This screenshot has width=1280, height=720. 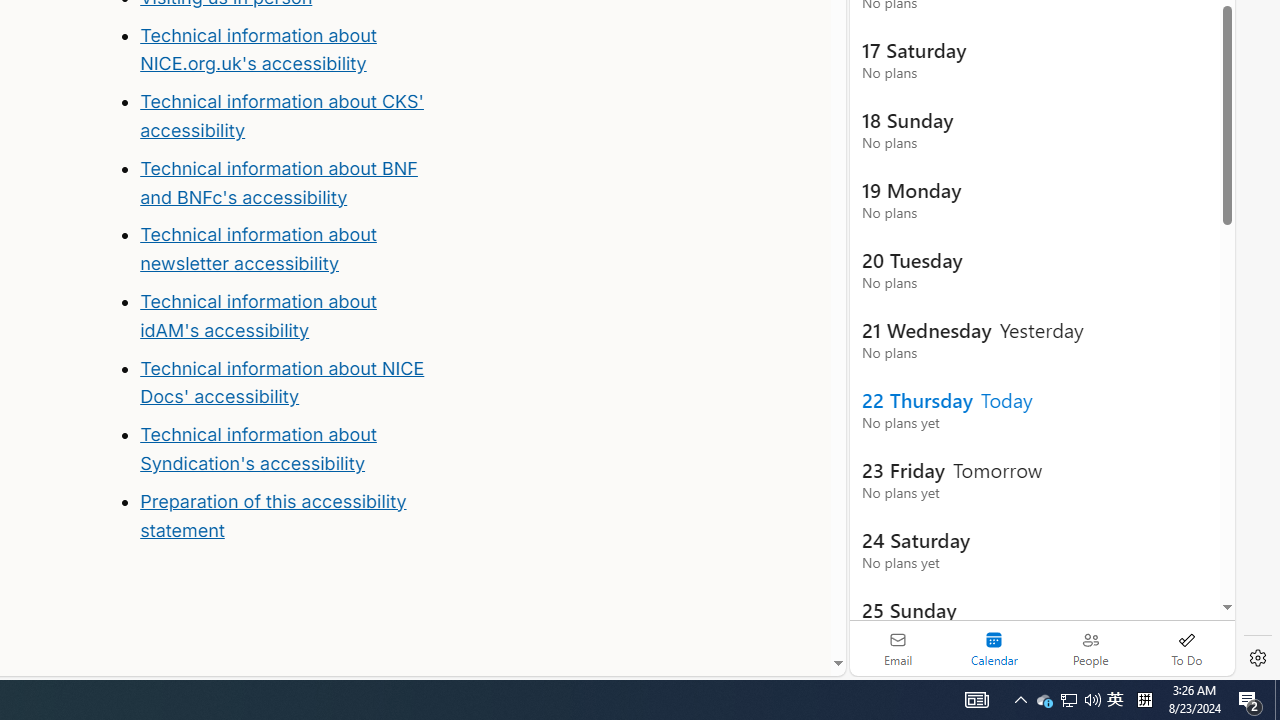 What do you see at coordinates (1186, 648) in the screenshot?
I see `'To Do'` at bounding box center [1186, 648].